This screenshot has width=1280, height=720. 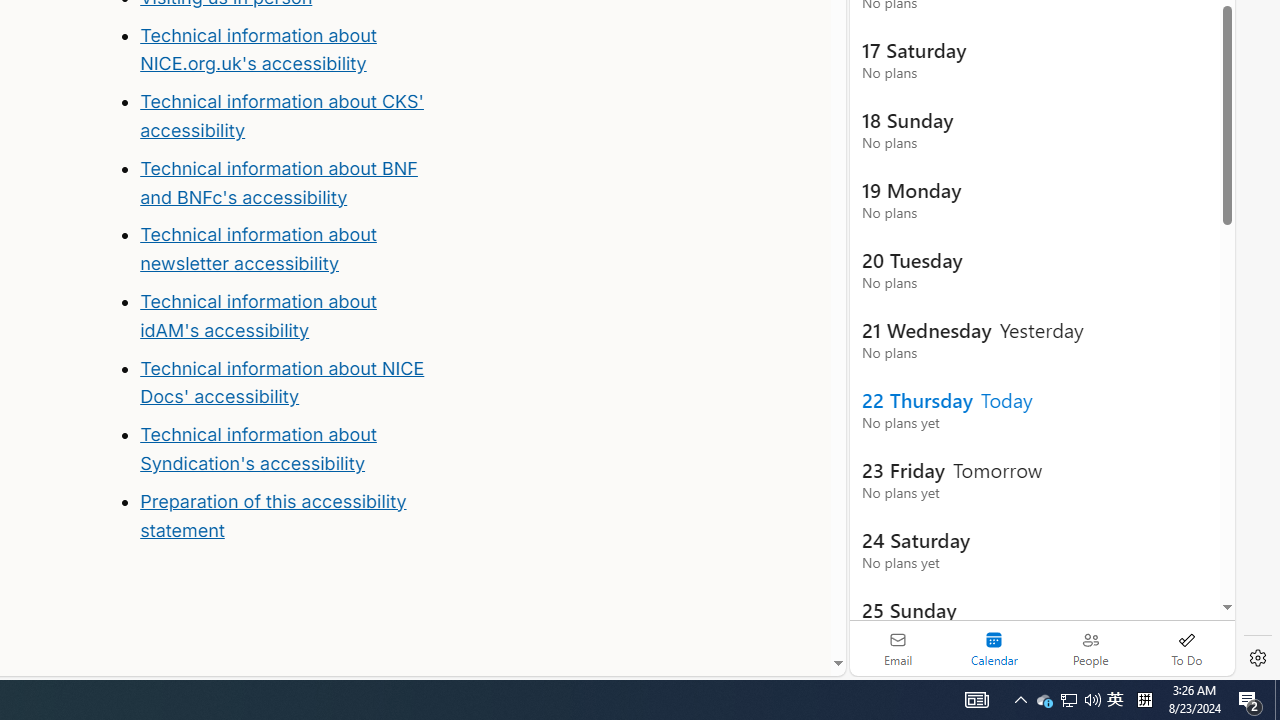 What do you see at coordinates (1186, 648) in the screenshot?
I see `'To Do'` at bounding box center [1186, 648].